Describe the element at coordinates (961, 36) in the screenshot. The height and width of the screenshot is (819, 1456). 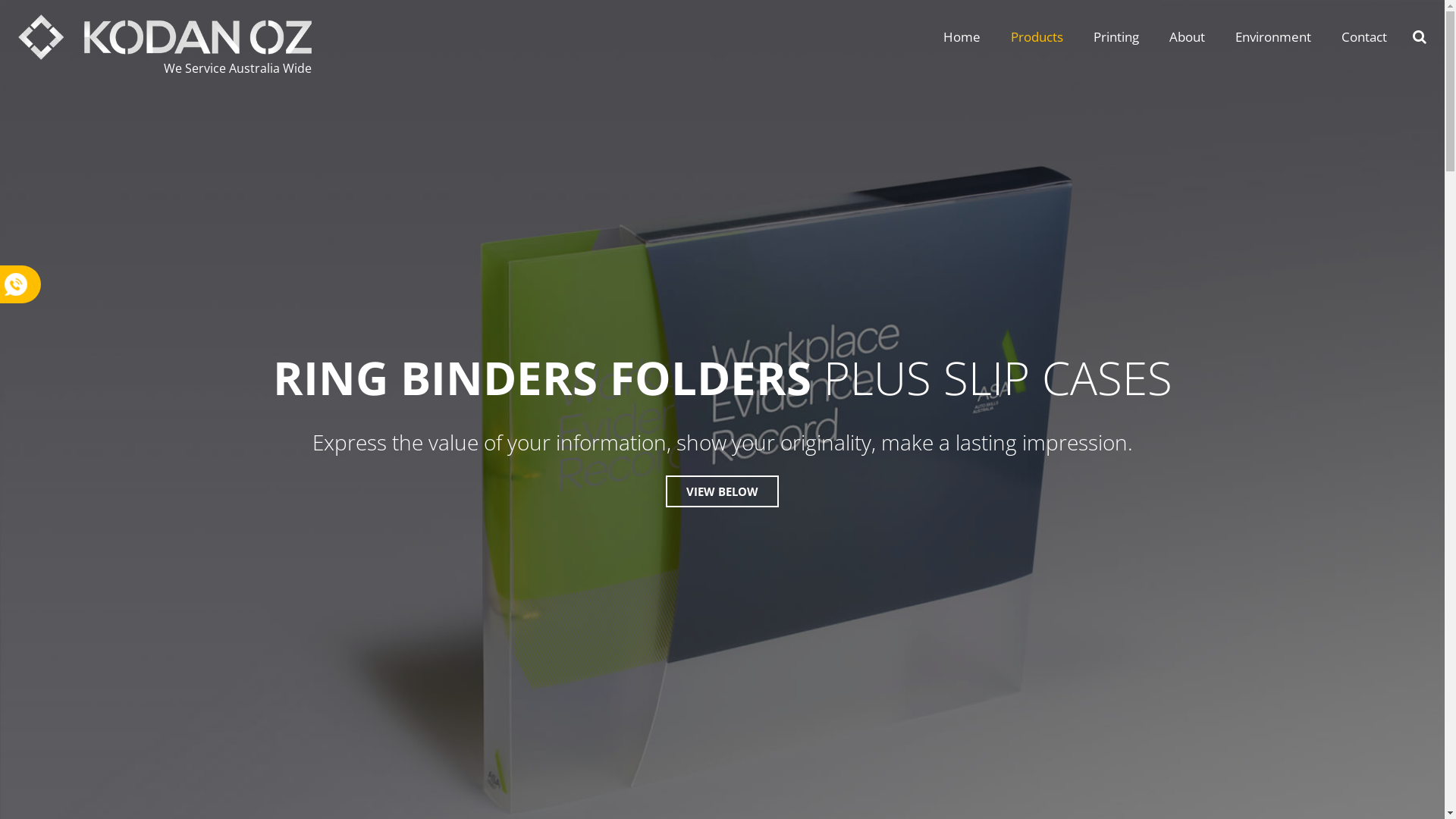
I see `'Home'` at that location.